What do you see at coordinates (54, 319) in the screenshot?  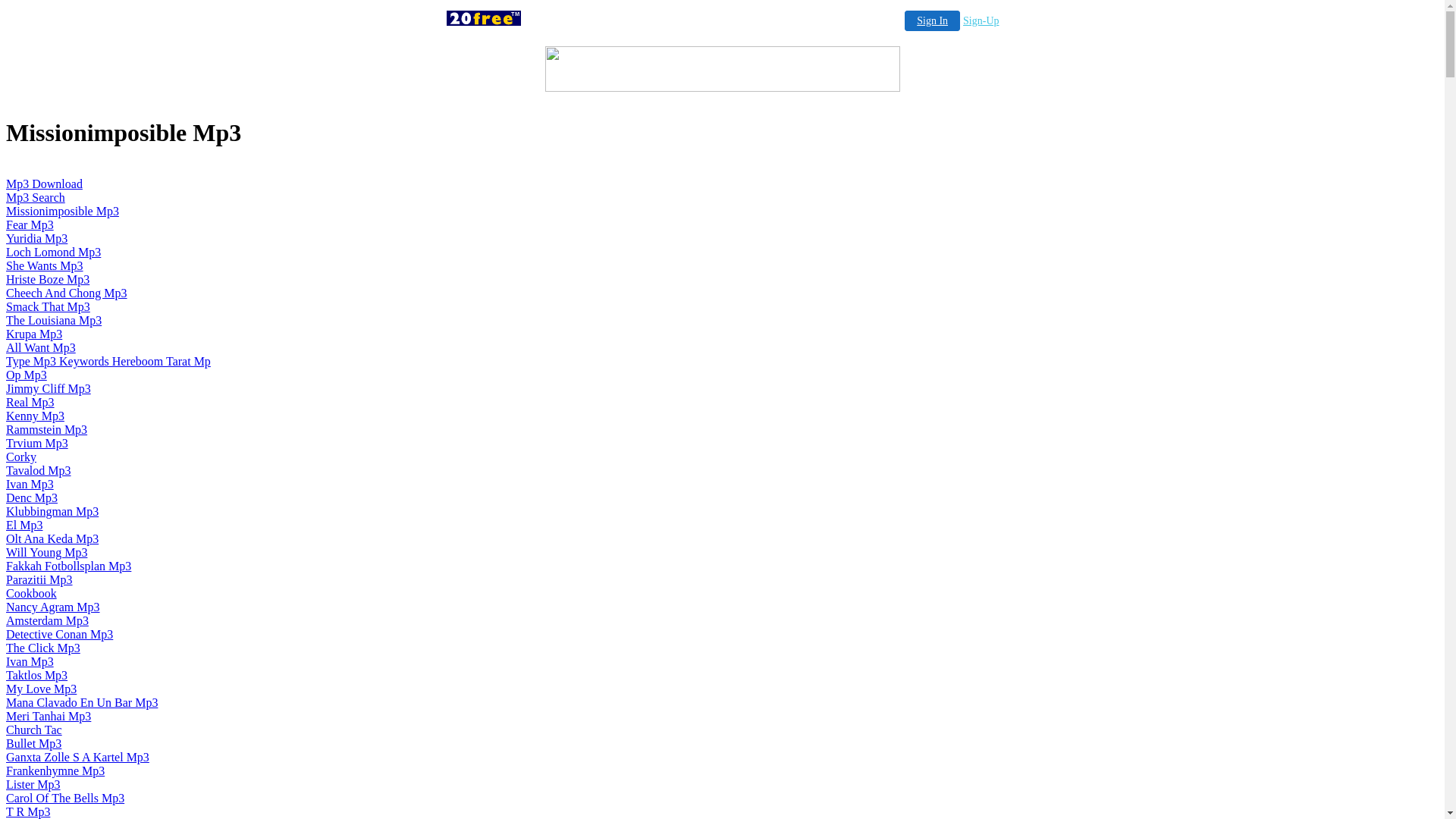 I see `'The Louisiana Mp3'` at bounding box center [54, 319].